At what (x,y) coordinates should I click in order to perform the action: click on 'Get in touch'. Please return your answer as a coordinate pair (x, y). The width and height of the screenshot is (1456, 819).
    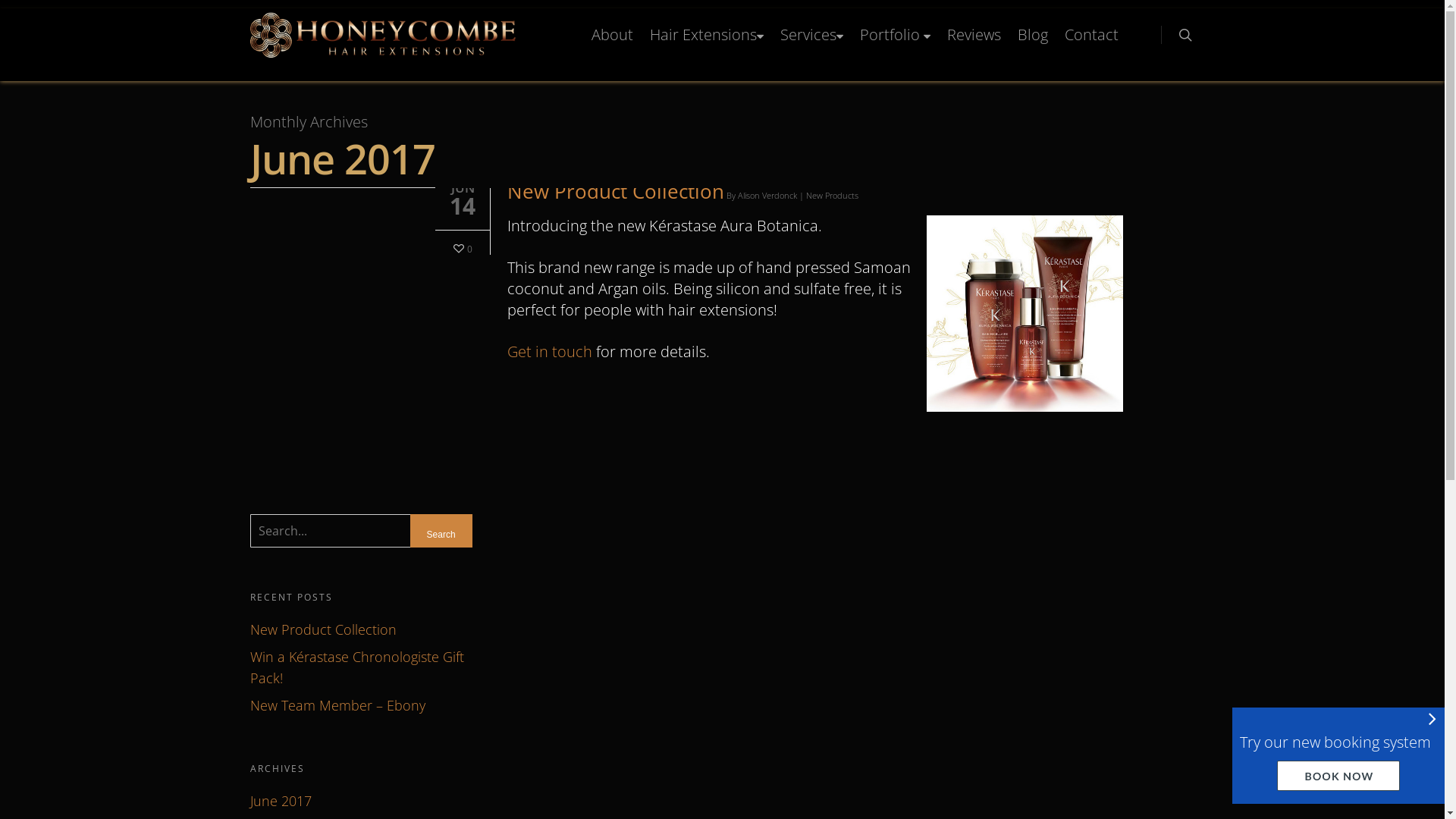
    Looking at the image, I should click on (507, 351).